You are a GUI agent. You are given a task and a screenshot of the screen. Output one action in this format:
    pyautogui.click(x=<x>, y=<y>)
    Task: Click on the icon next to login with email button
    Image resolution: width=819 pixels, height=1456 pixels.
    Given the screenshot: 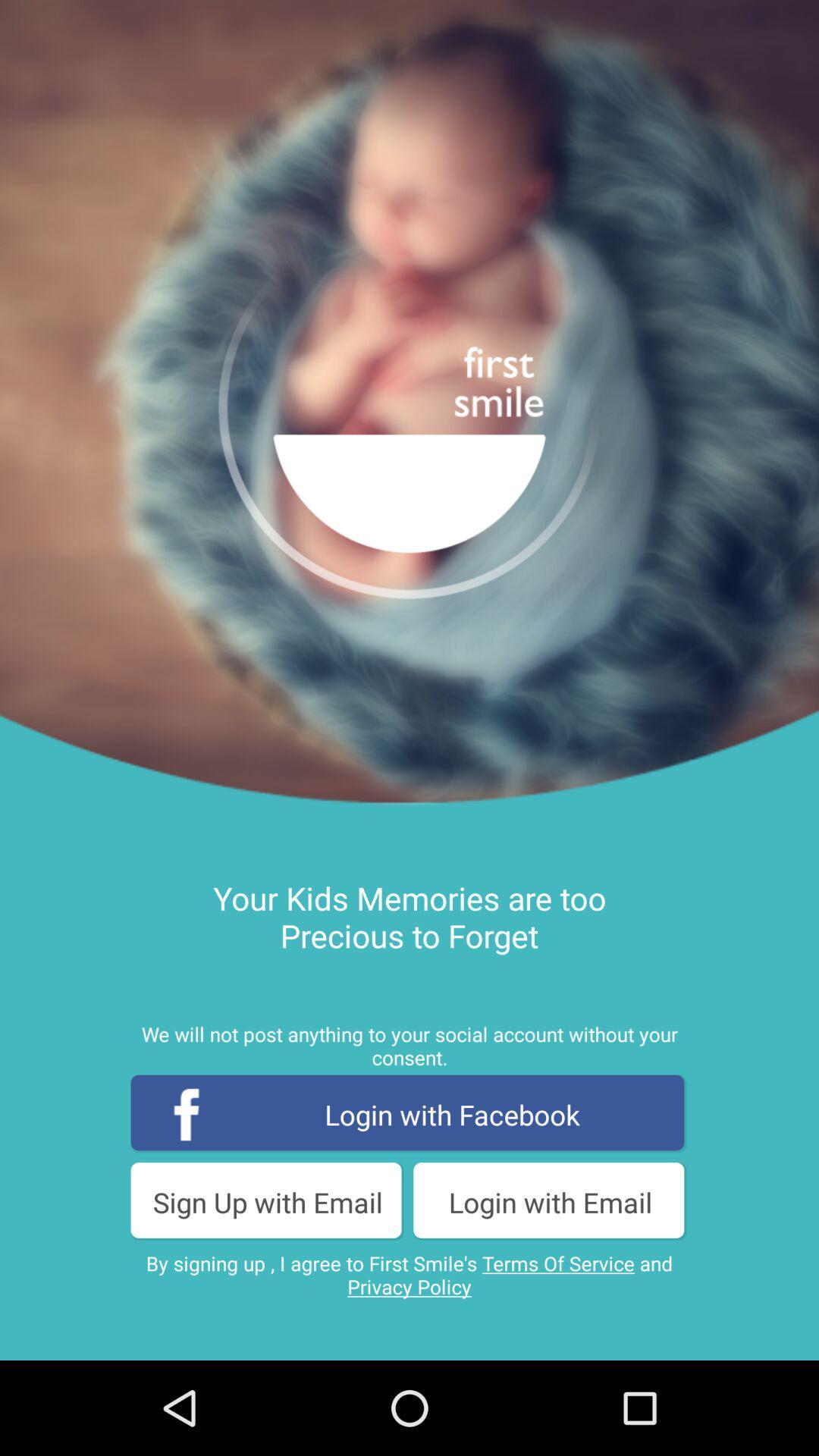 What is the action you would take?
    pyautogui.click(x=267, y=1201)
    